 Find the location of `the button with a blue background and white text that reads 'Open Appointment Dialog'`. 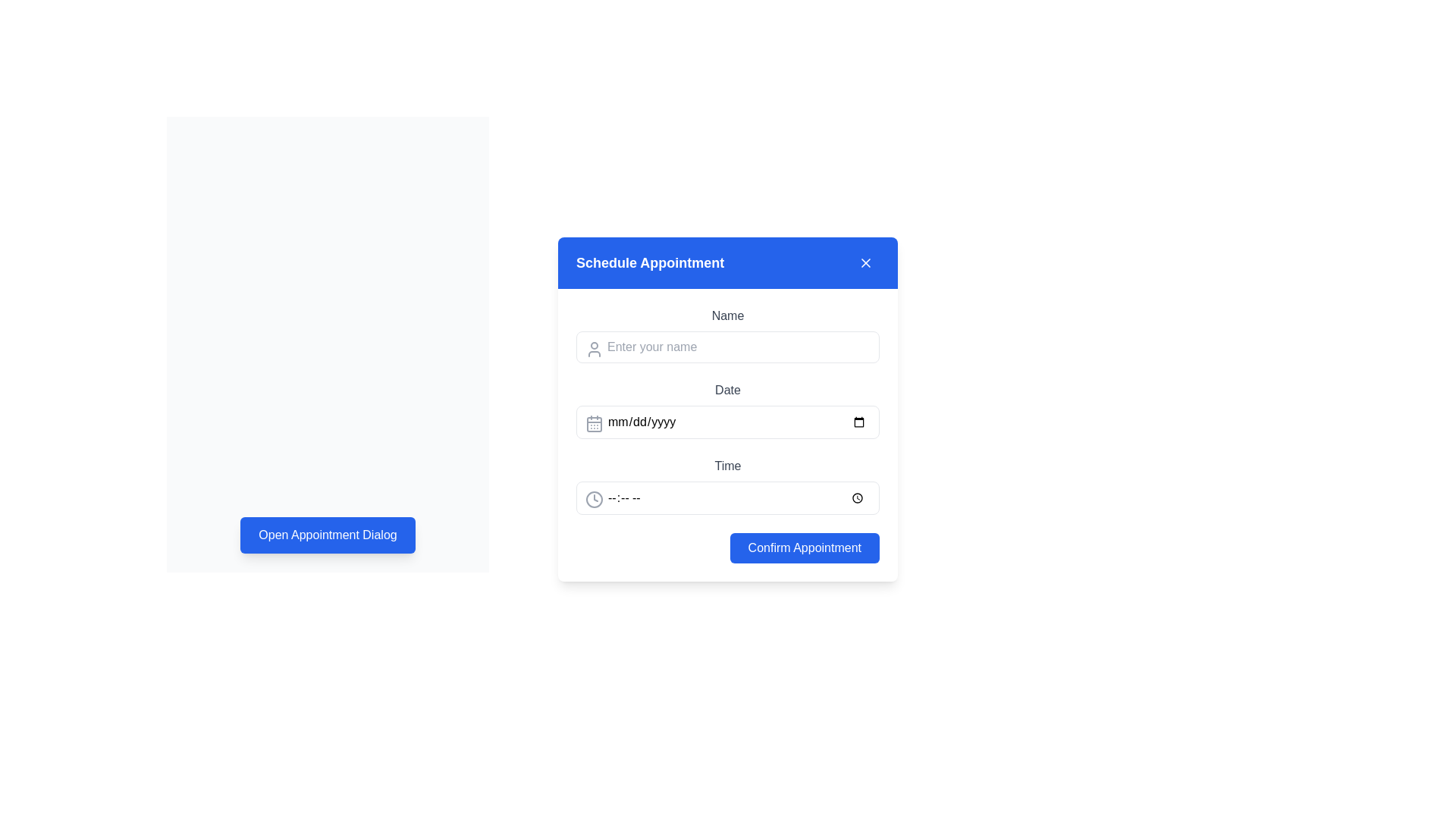

the button with a blue background and white text that reads 'Open Appointment Dialog' is located at coordinates (327, 534).